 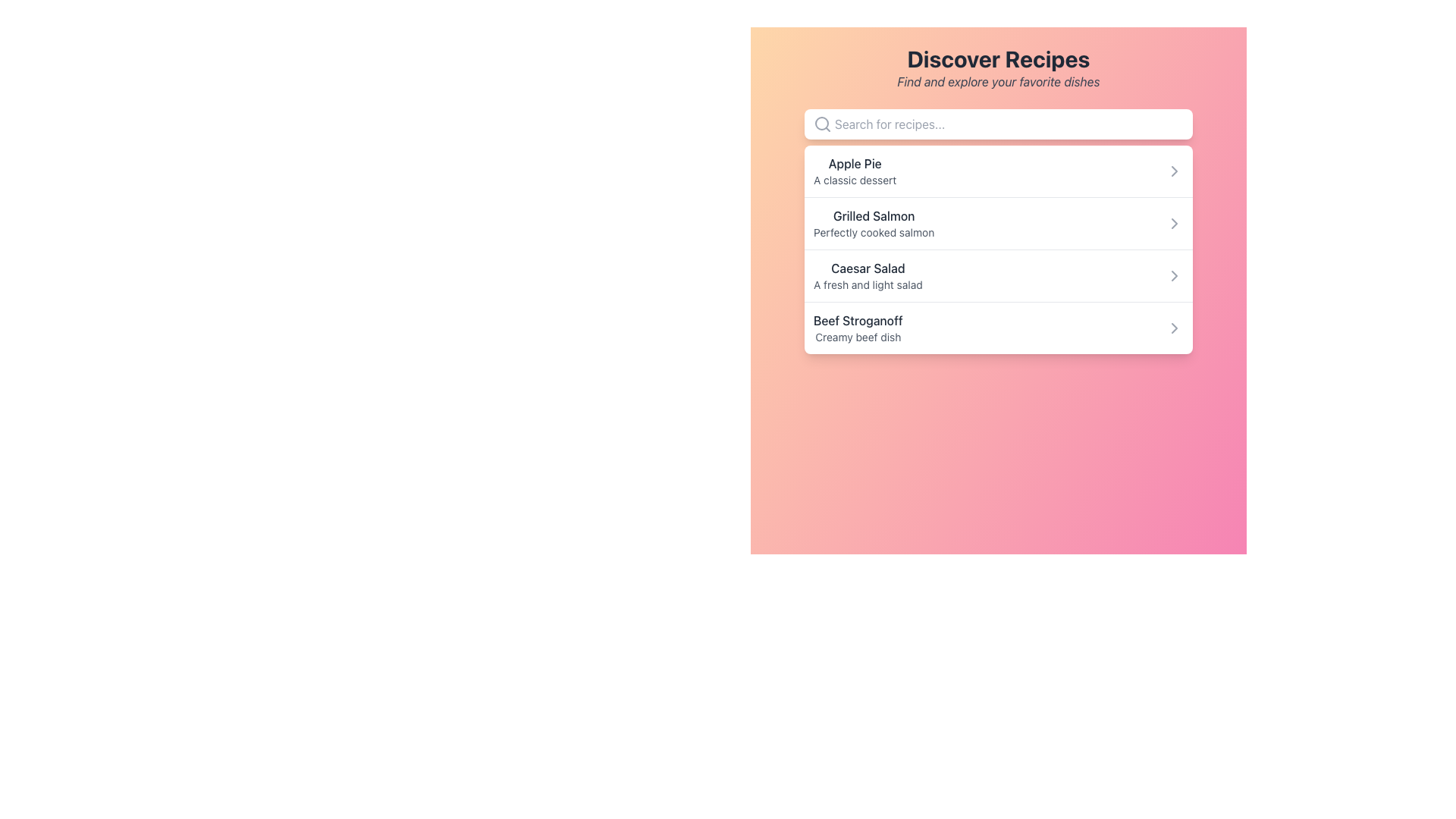 I want to click on the right-pointing chevron icon located at the far-right end of the fourth list item labeled 'Beef Stroganoff', so click(x=1174, y=327).